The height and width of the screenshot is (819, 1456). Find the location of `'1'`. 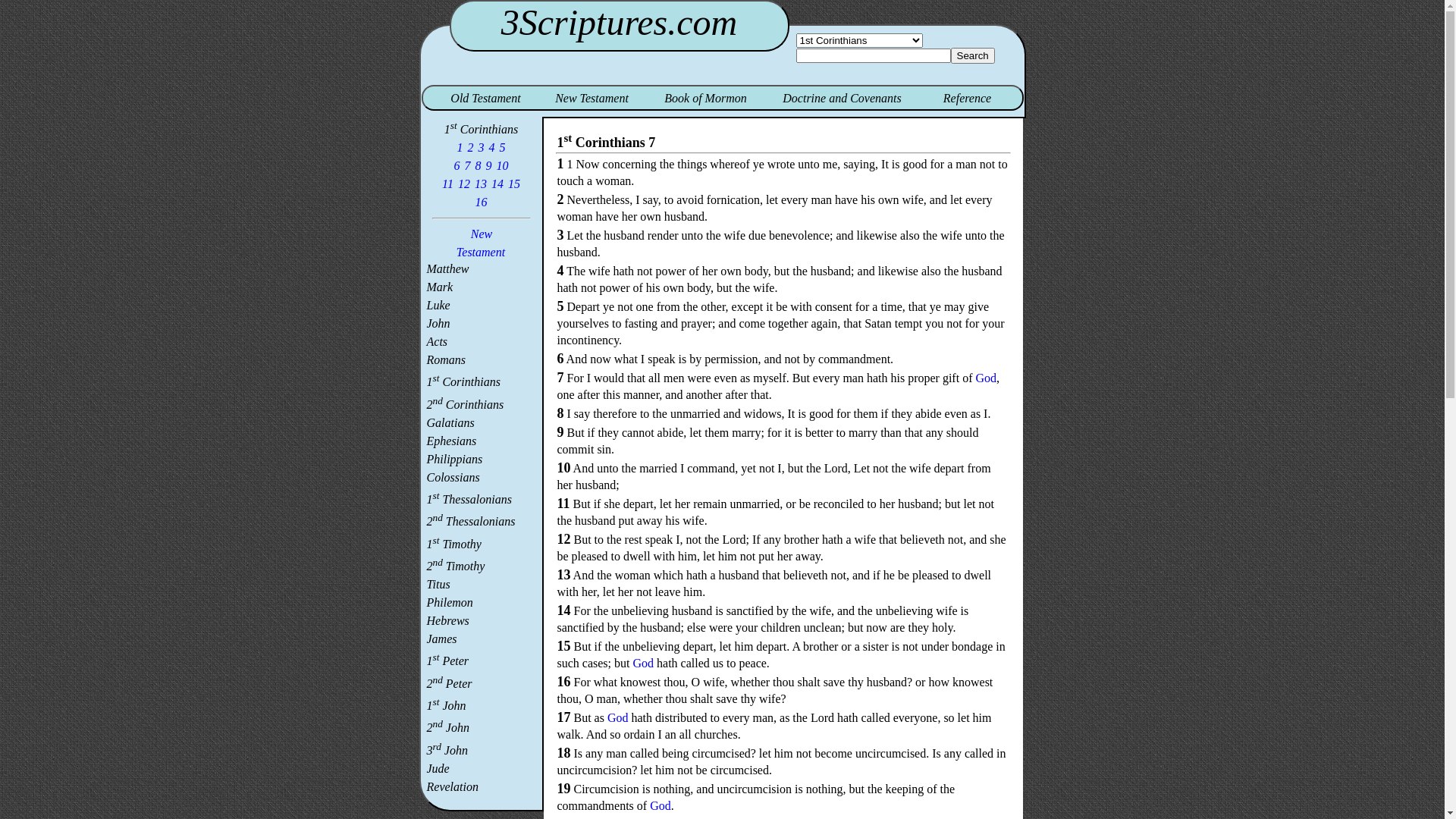

'1' is located at coordinates (459, 147).